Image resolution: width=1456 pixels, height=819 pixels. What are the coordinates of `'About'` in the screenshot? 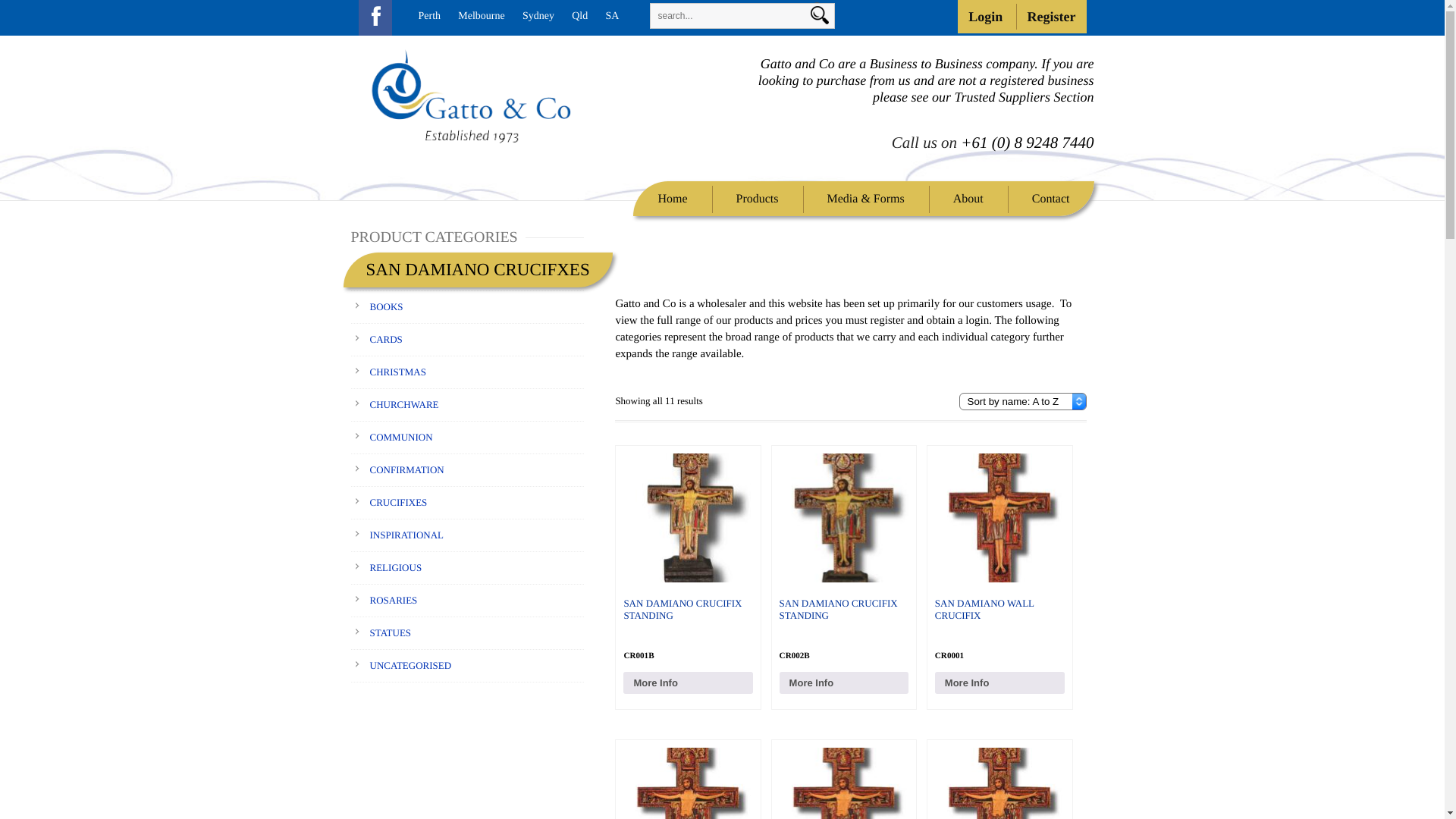 It's located at (967, 198).